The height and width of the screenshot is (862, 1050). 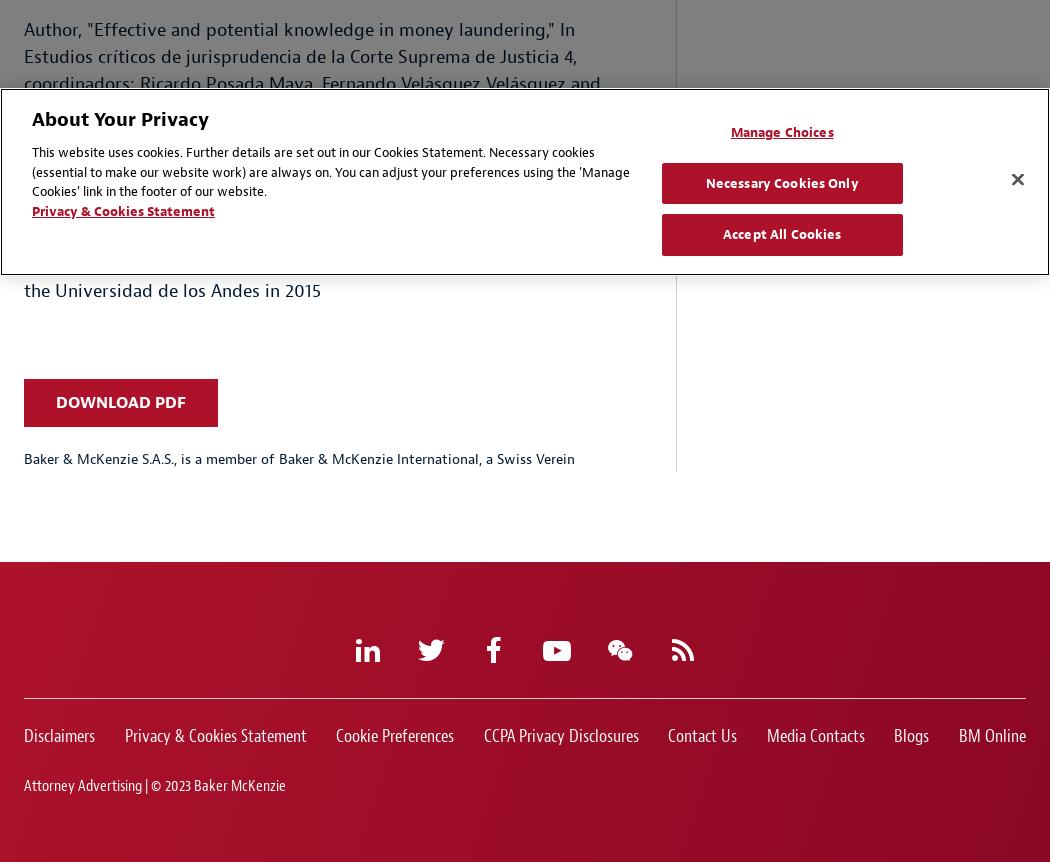 I want to click on 'Media Contacts', so click(x=814, y=735).